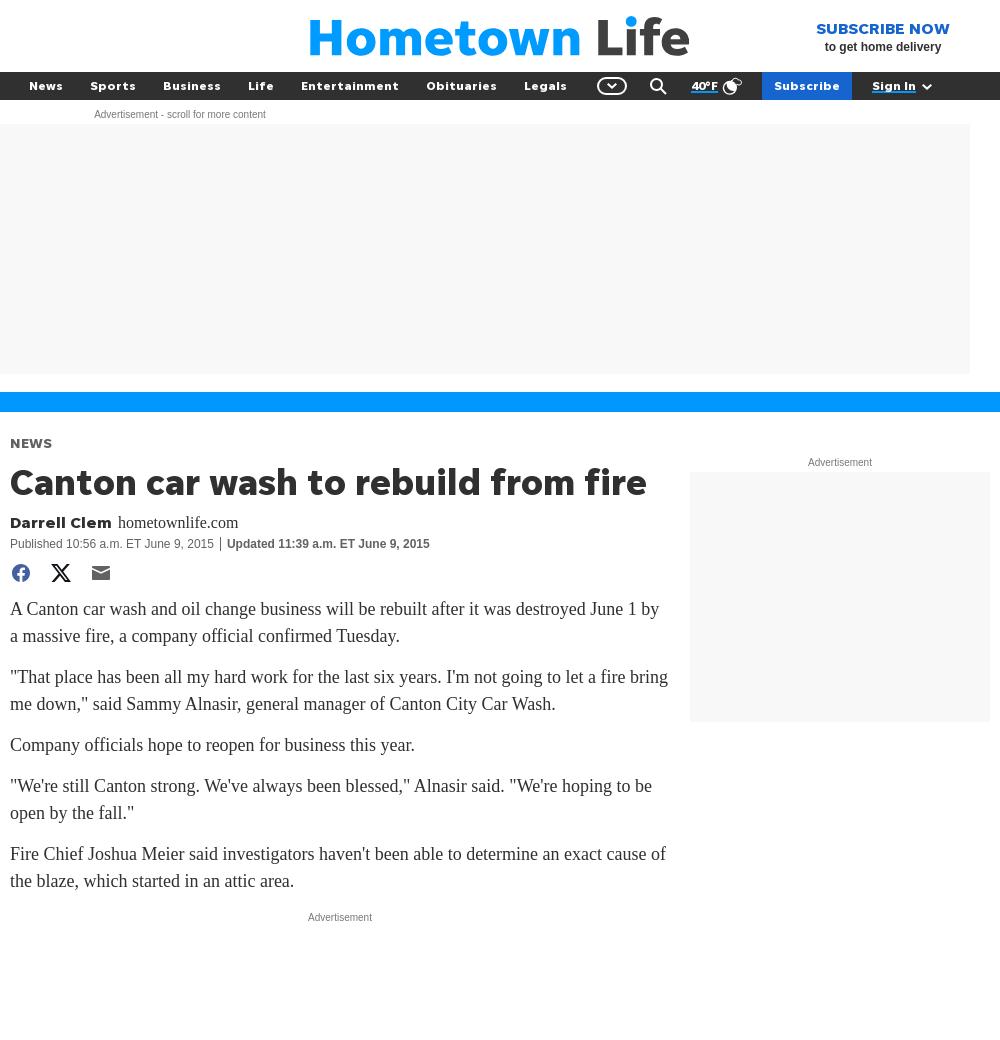 This screenshot has height=1040, width=1000. What do you see at coordinates (211, 744) in the screenshot?
I see `'Company officials hope to reopen for business this year.'` at bounding box center [211, 744].